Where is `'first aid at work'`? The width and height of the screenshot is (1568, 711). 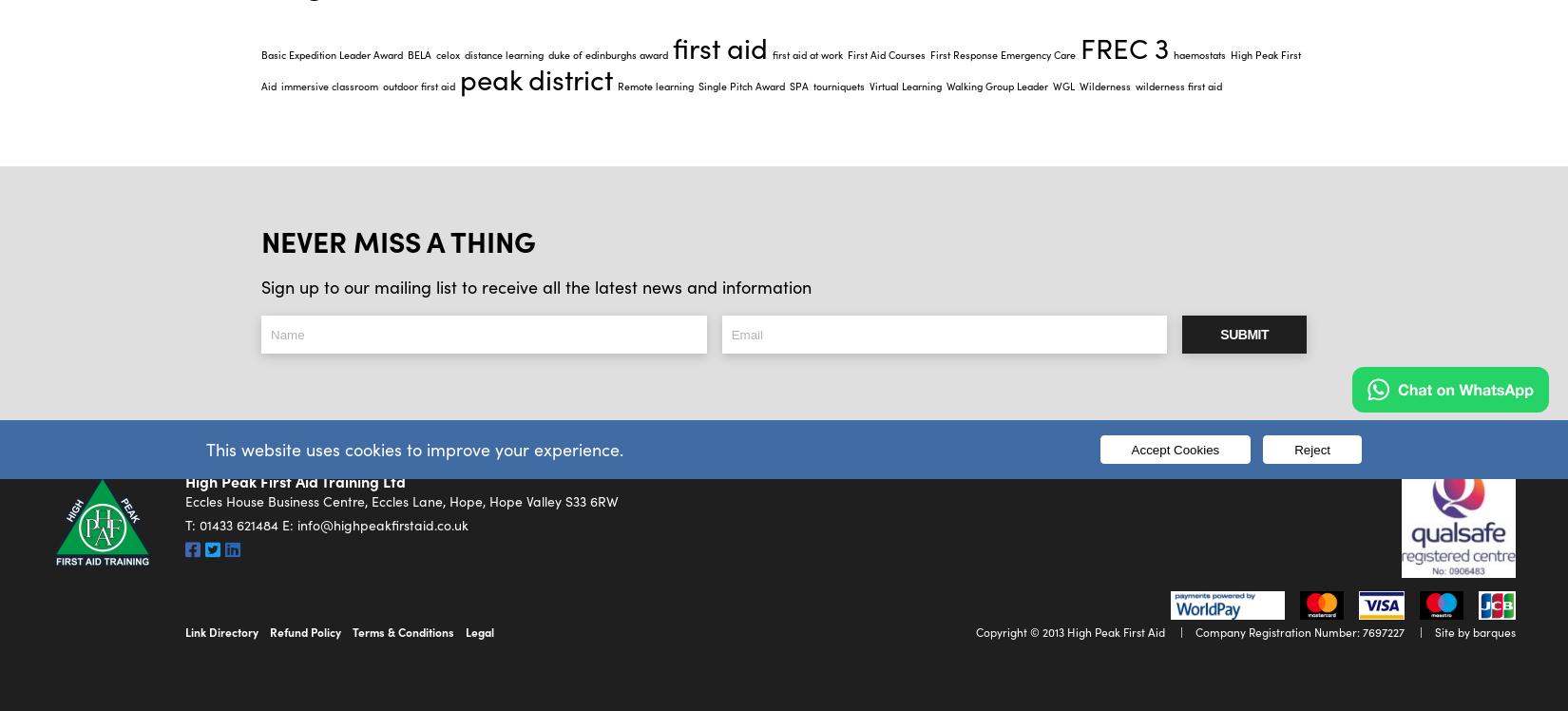 'first aid at work' is located at coordinates (808, 52).